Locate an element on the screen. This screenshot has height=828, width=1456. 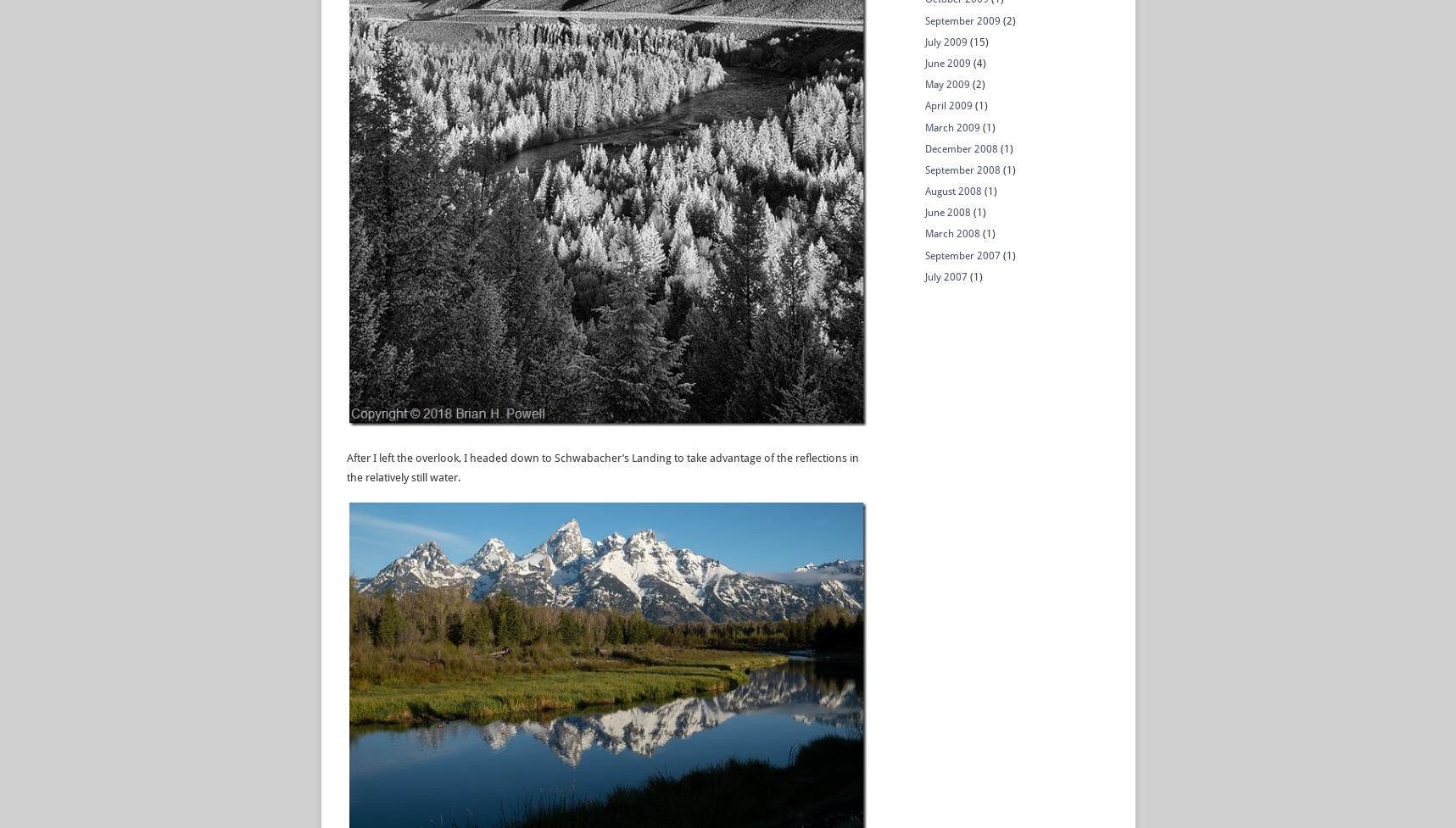
'December 2008' is located at coordinates (961, 147).